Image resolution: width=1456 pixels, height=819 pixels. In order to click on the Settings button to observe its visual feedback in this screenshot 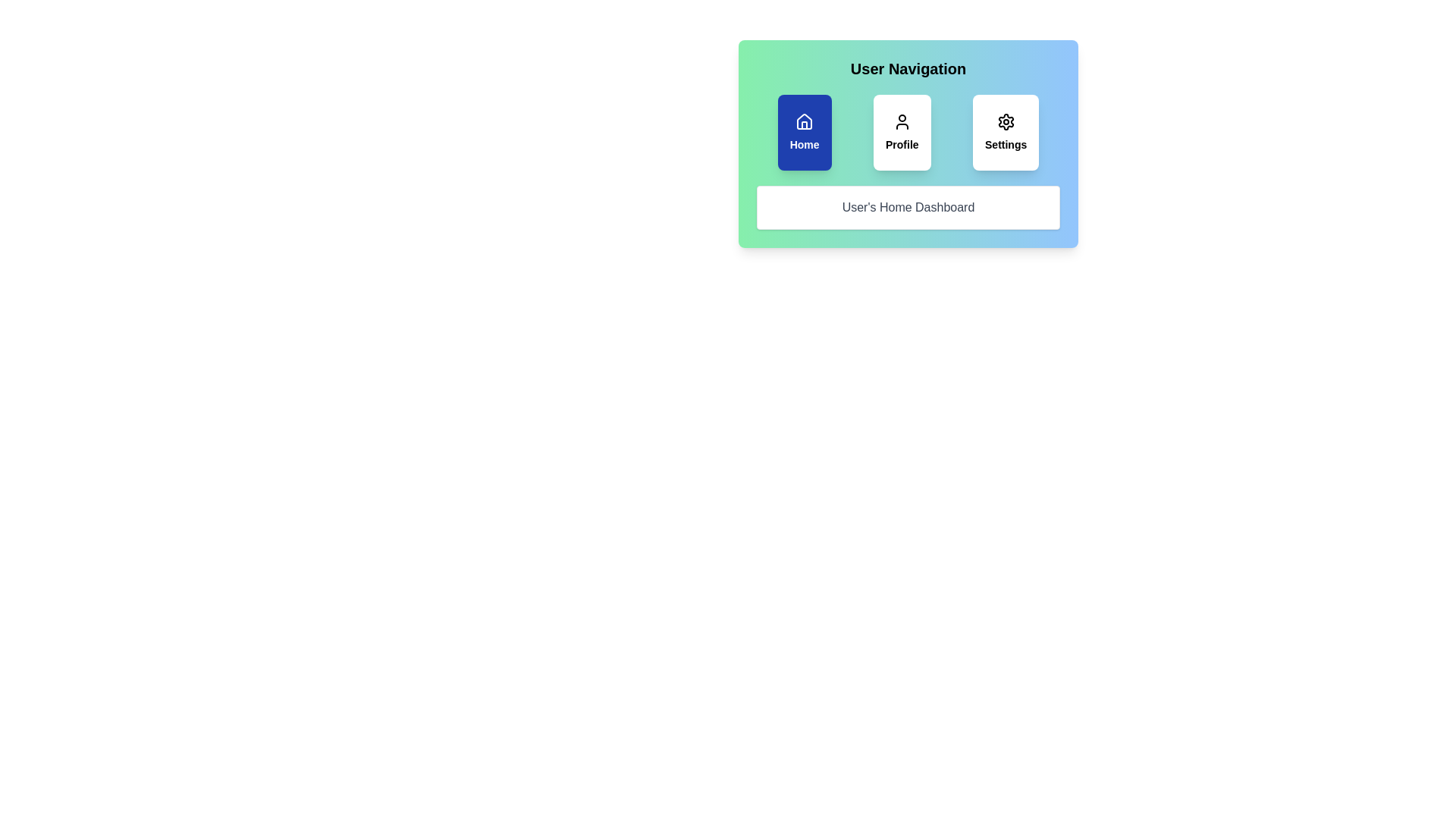, I will do `click(1006, 131)`.